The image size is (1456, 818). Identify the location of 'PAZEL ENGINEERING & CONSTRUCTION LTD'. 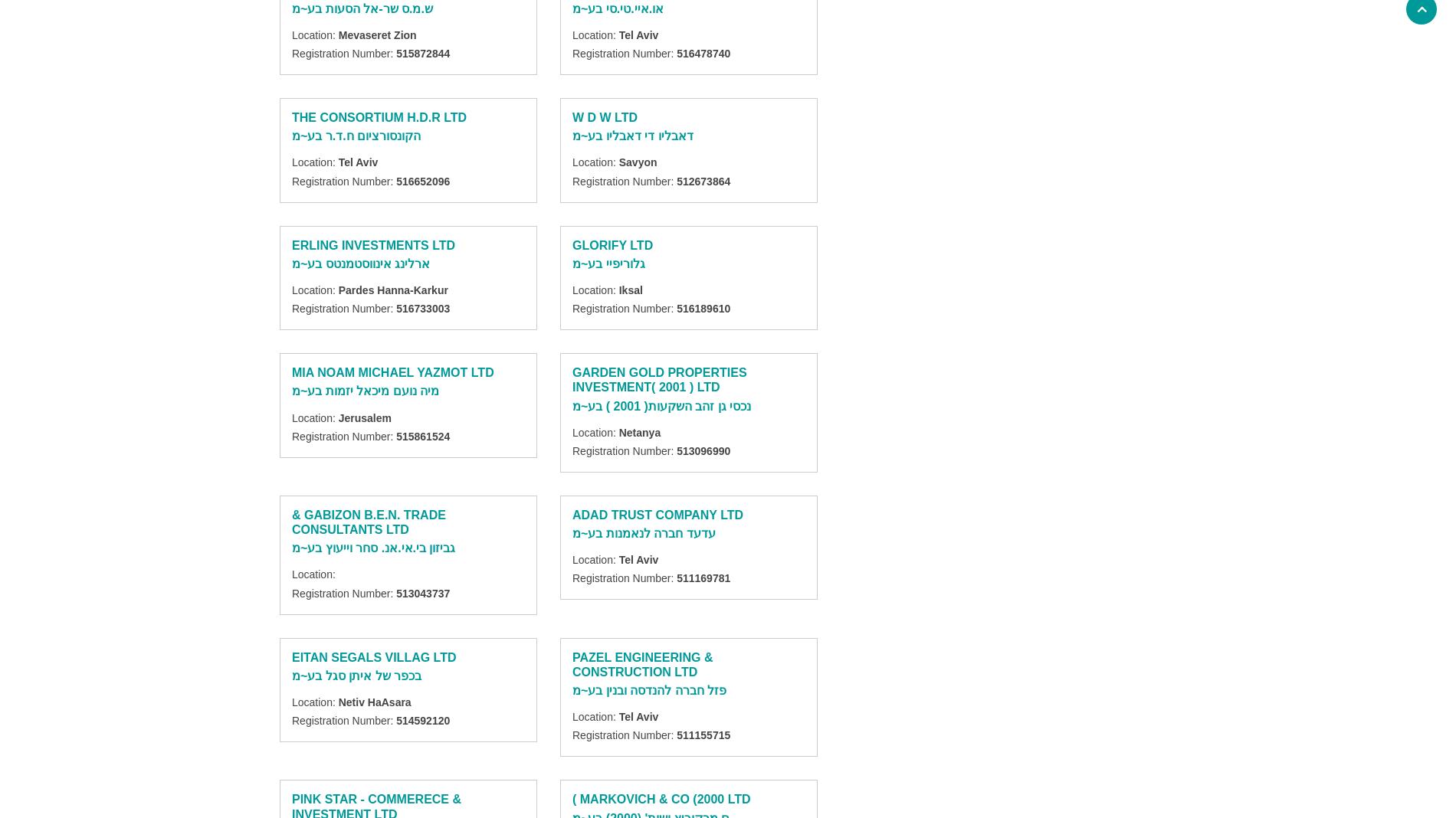
(641, 663).